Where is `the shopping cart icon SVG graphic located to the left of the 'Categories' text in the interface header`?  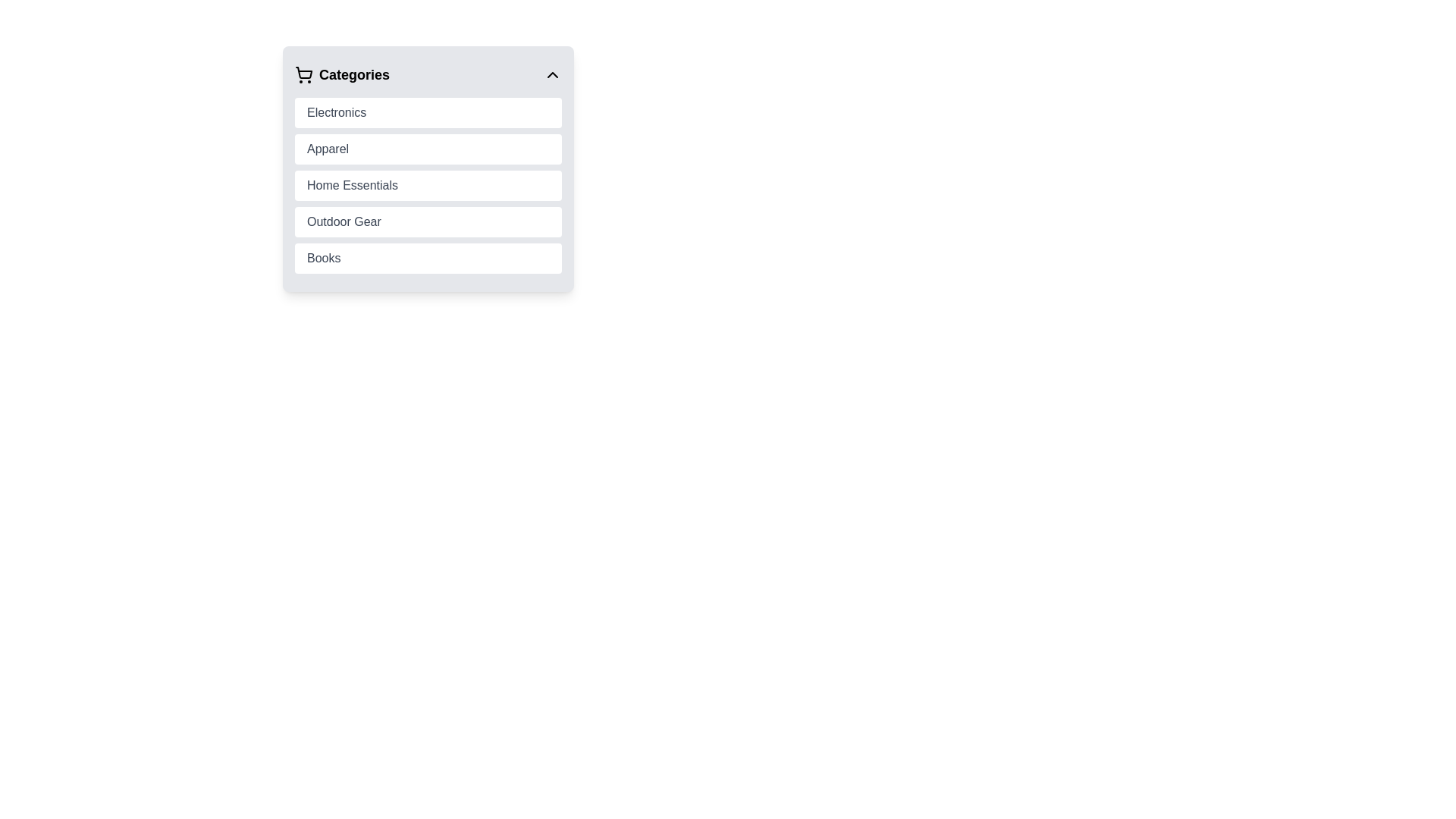 the shopping cart icon SVG graphic located to the left of the 'Categories' text in the interface header is located at coordinates (303, 73).